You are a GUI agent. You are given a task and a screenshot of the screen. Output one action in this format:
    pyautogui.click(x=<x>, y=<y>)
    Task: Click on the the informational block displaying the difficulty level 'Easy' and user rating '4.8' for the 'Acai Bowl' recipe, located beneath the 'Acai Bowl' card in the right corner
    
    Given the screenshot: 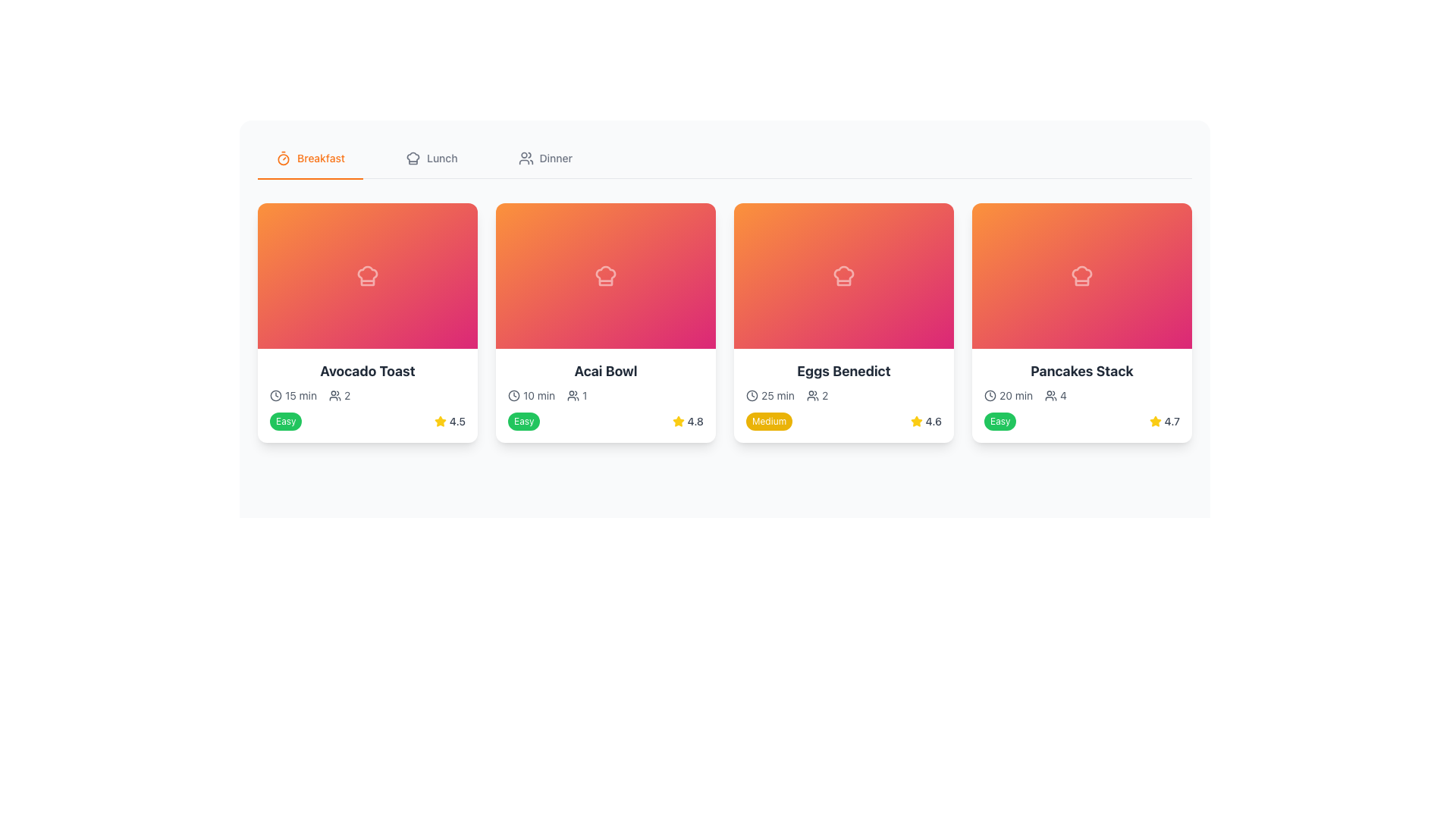 What is the action you would take?
    pyautogui.click(x=604, y=421)
    